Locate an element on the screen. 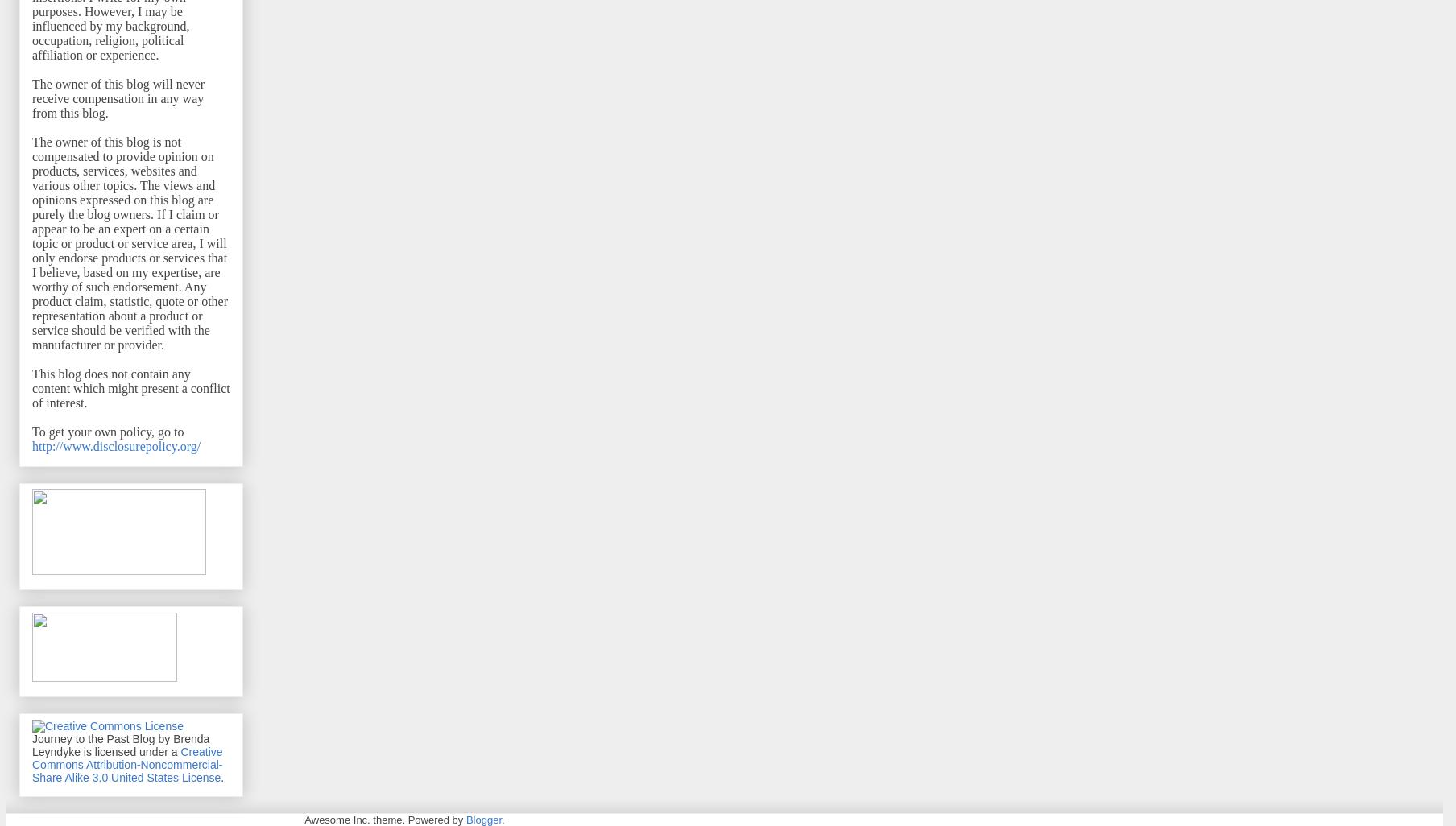 The height and width of the screenshot is (826, 1456). 'The owner of this blog will never receive compensation in any way from this blog.' is located at coordinates (31, 97).